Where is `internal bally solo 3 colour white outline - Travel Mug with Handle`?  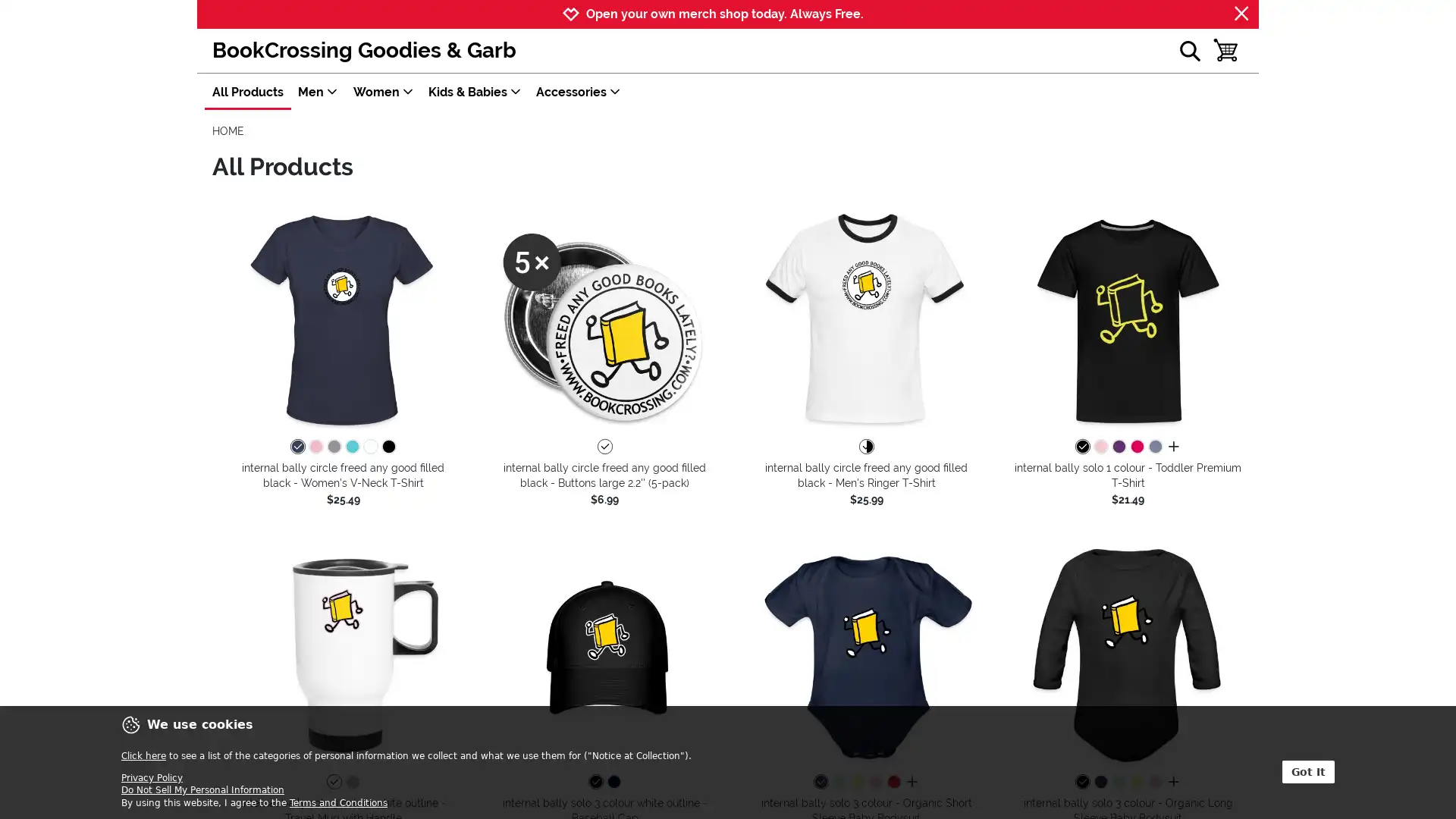
internal bally solo 3 colour white outline - Travel Mug with Handle is located at coordinates (342, 654).